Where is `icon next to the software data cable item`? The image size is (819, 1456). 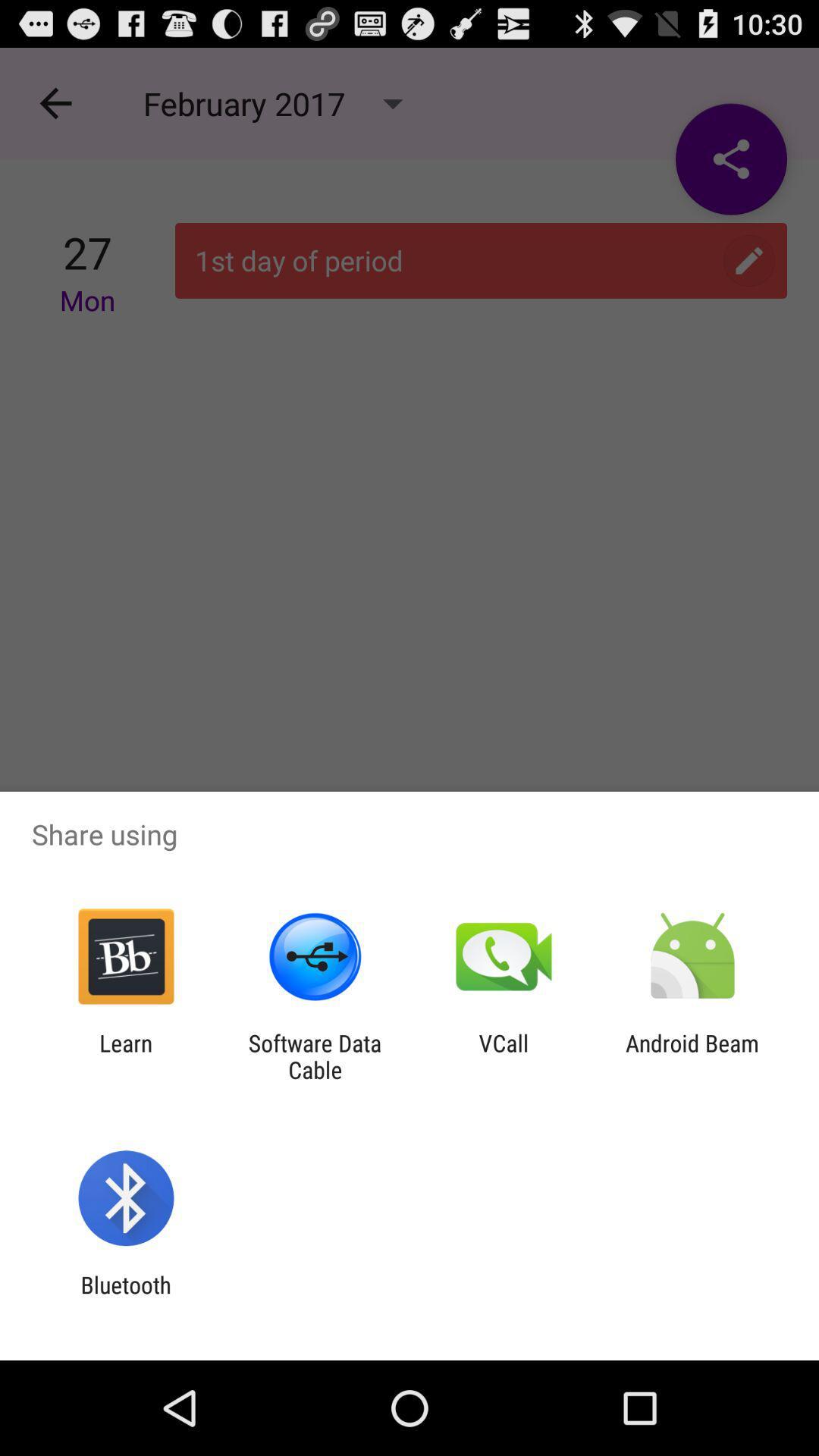 icon next to the software data cable item is located at coordinates (125, 1056).